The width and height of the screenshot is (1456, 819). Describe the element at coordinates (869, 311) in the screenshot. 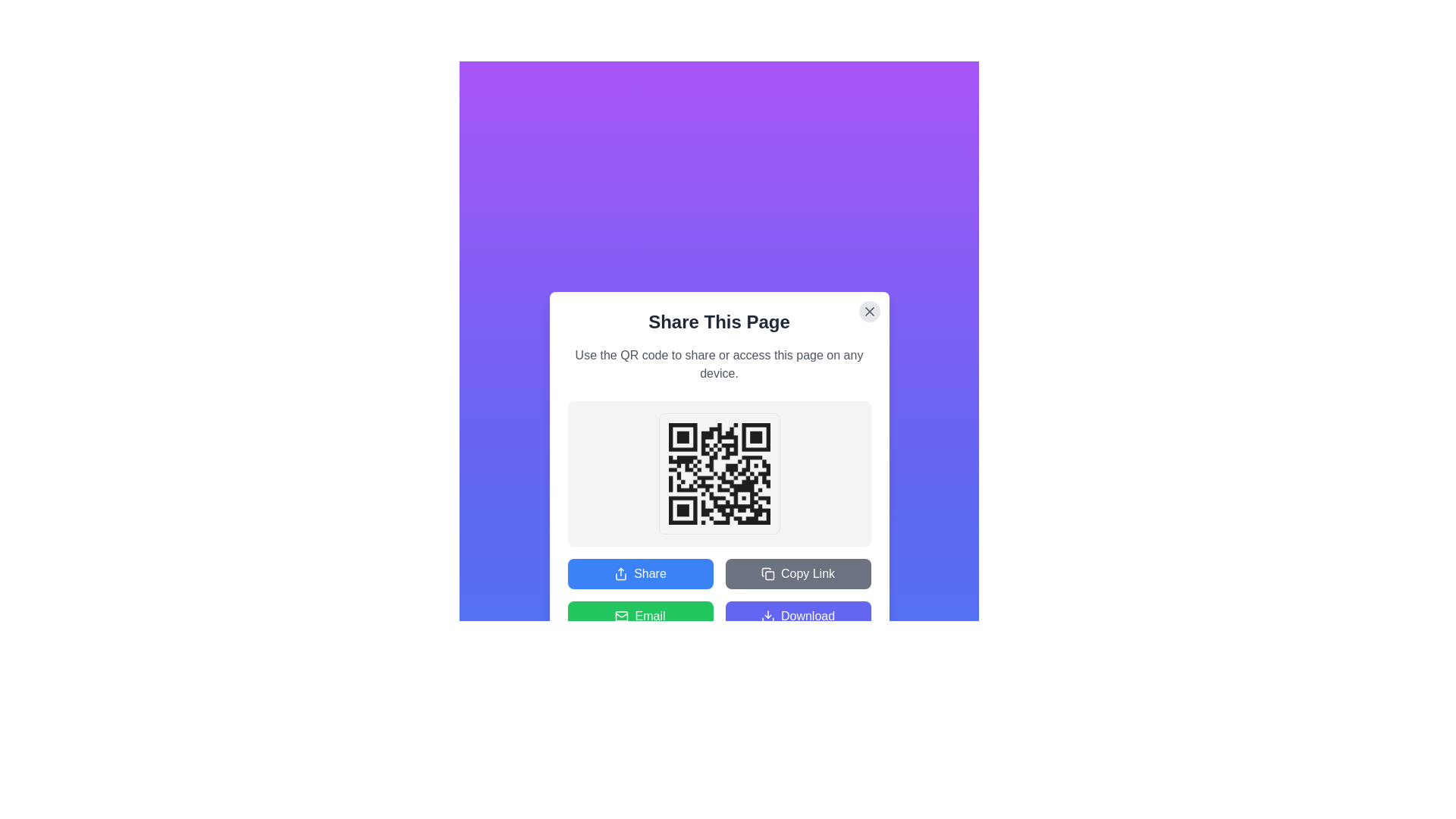

I see `the close button located at the top-right corner of the 'Share This Page' modal` at that location.